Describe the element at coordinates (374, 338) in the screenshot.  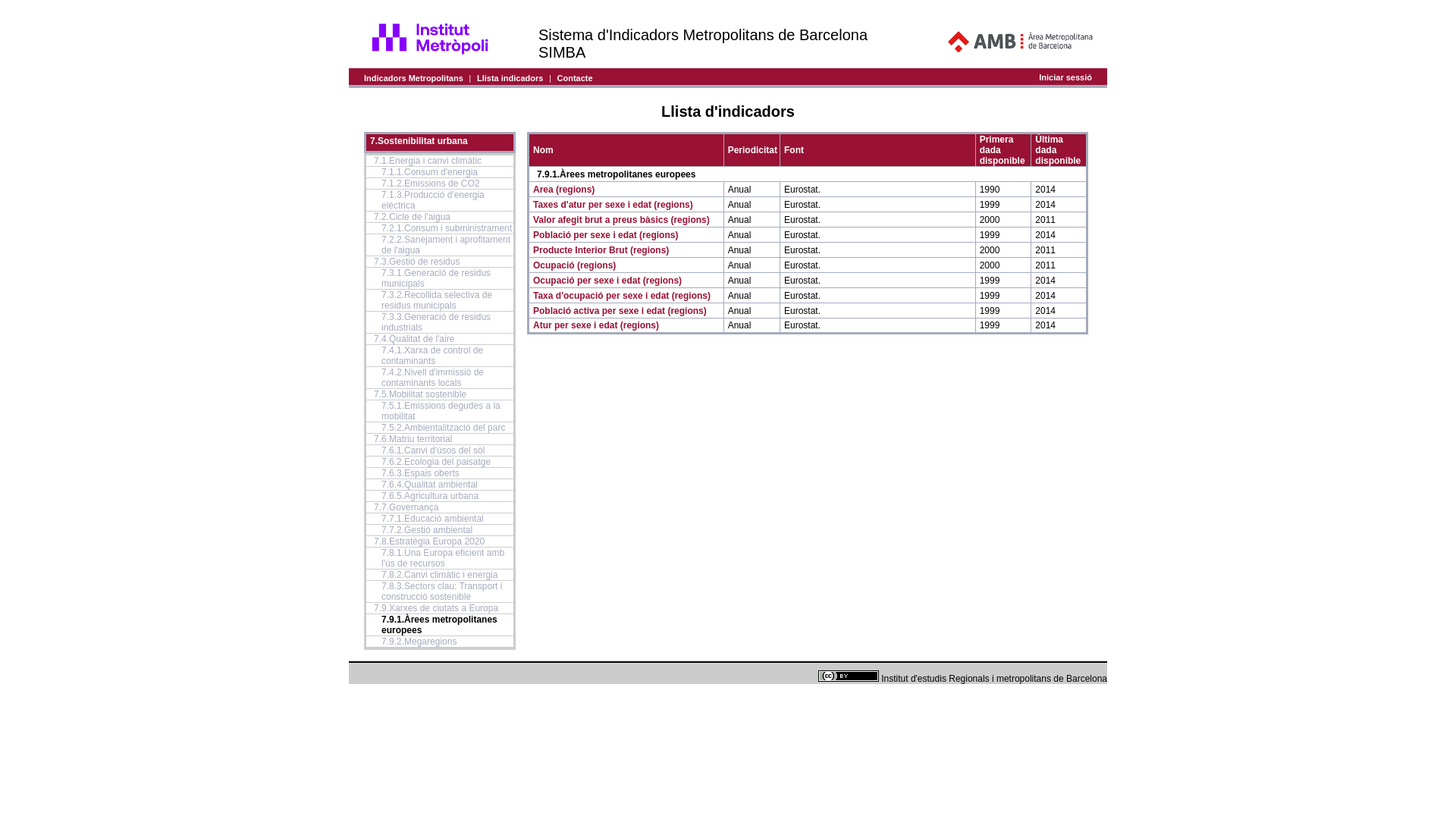
I see `'7.4.Qualitat de l'aire'` at that location.